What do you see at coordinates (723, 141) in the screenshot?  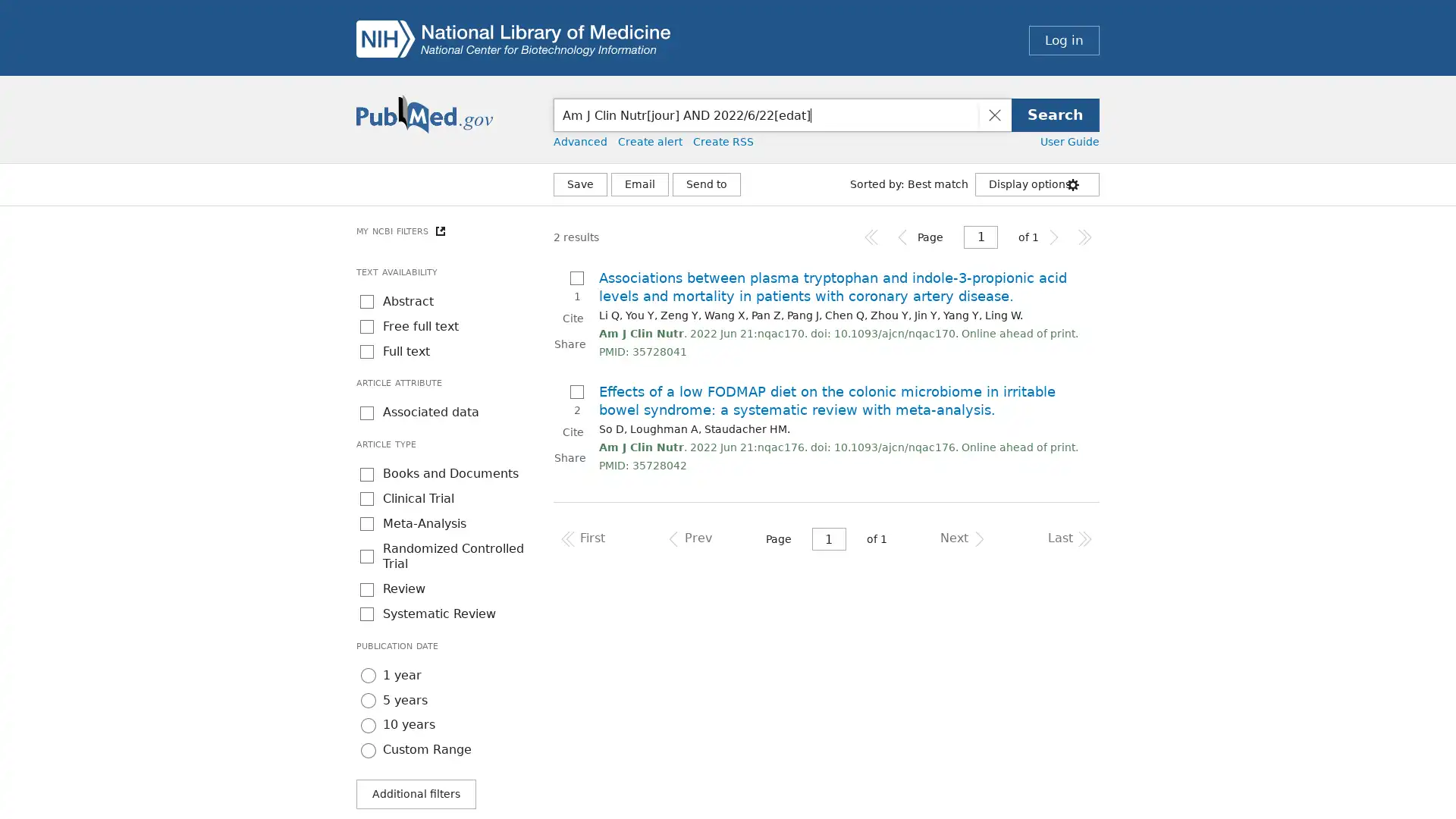 I see `Create RSS` at bounding box center [723, 141].